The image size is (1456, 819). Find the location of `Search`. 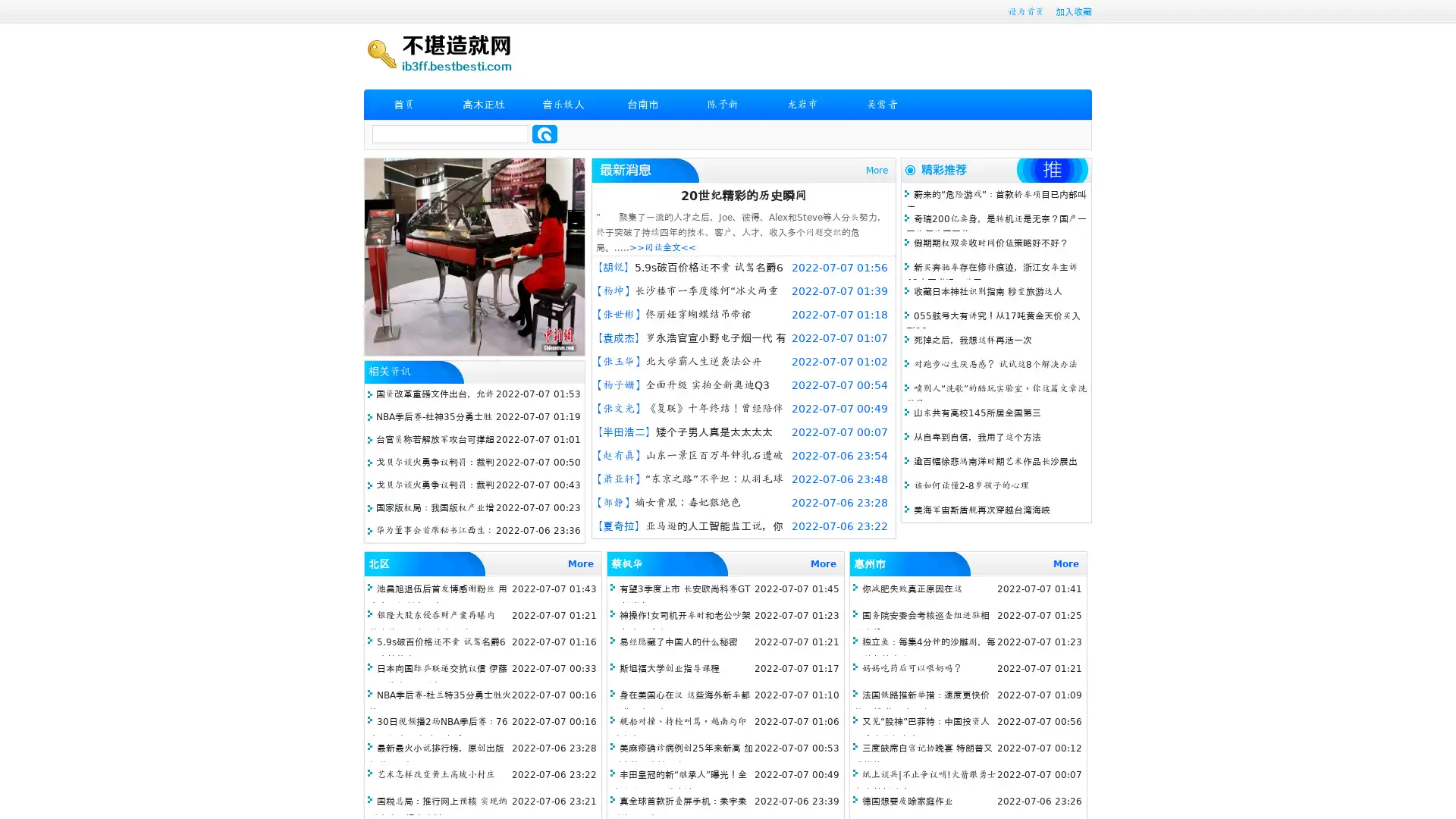

Search is located at coordinates (544, 133).